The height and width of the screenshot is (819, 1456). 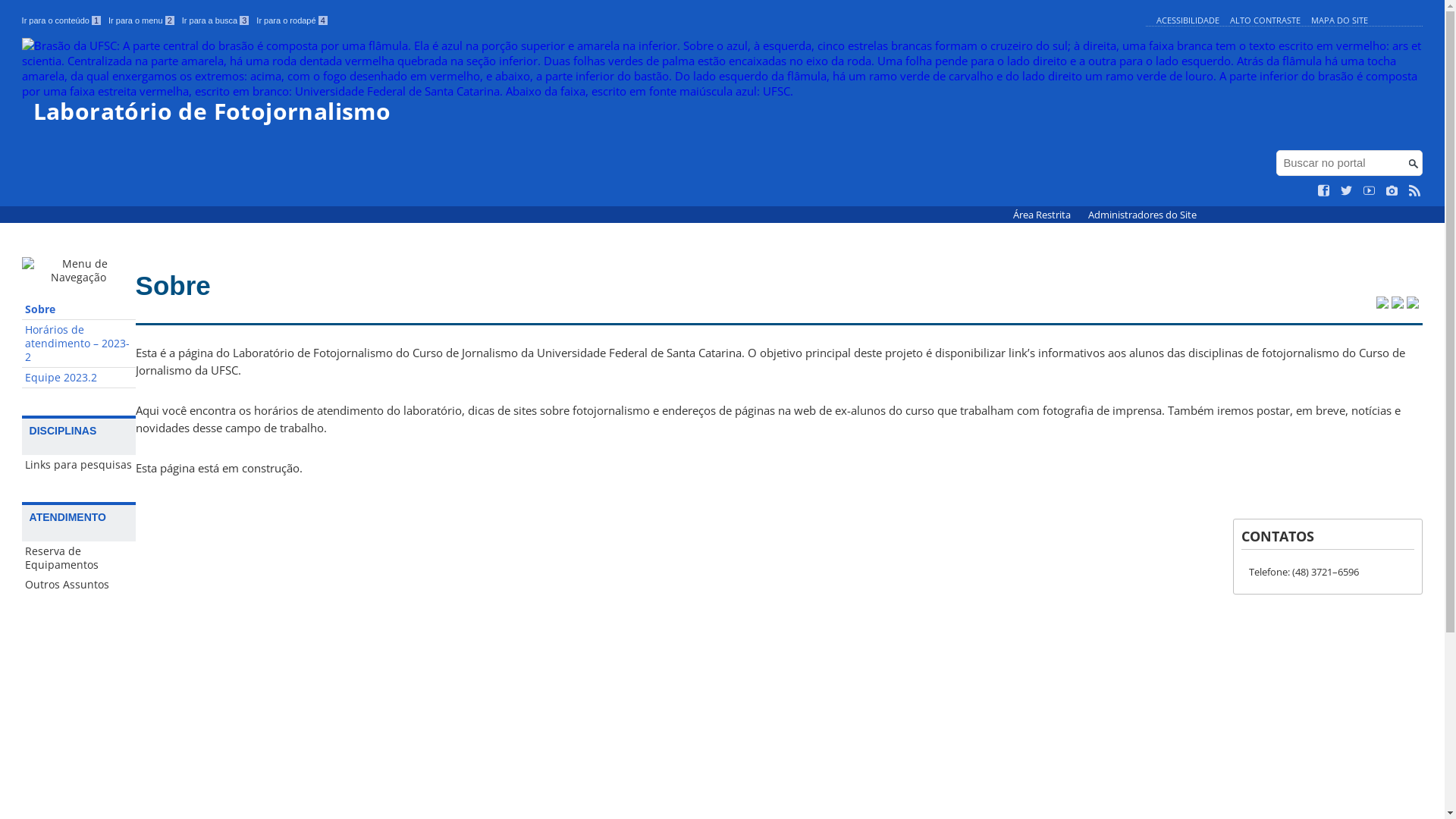 What do you see at coordinates (1079, 215) in the screenshot?
I see `'Administradores do Site'` at bounding box center [1079, 215].